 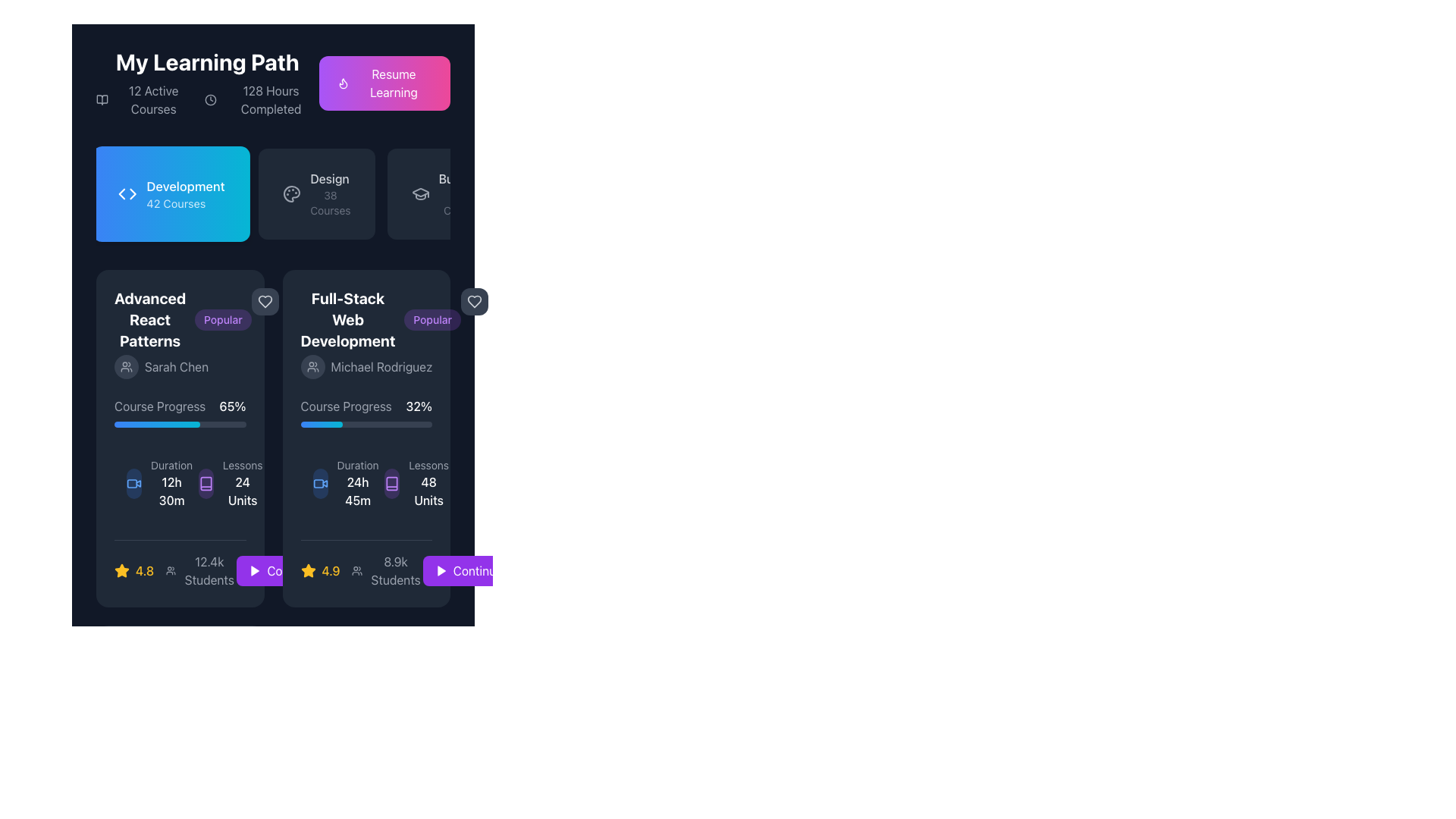 What do you see at coordinates (122, 570) in the screenshot?
I see `the yellow star-shaped icon with a shadow effect located at the bottom of the second course card, adjacent to the rating value and student count indicators` at bounding box center [122, 570].